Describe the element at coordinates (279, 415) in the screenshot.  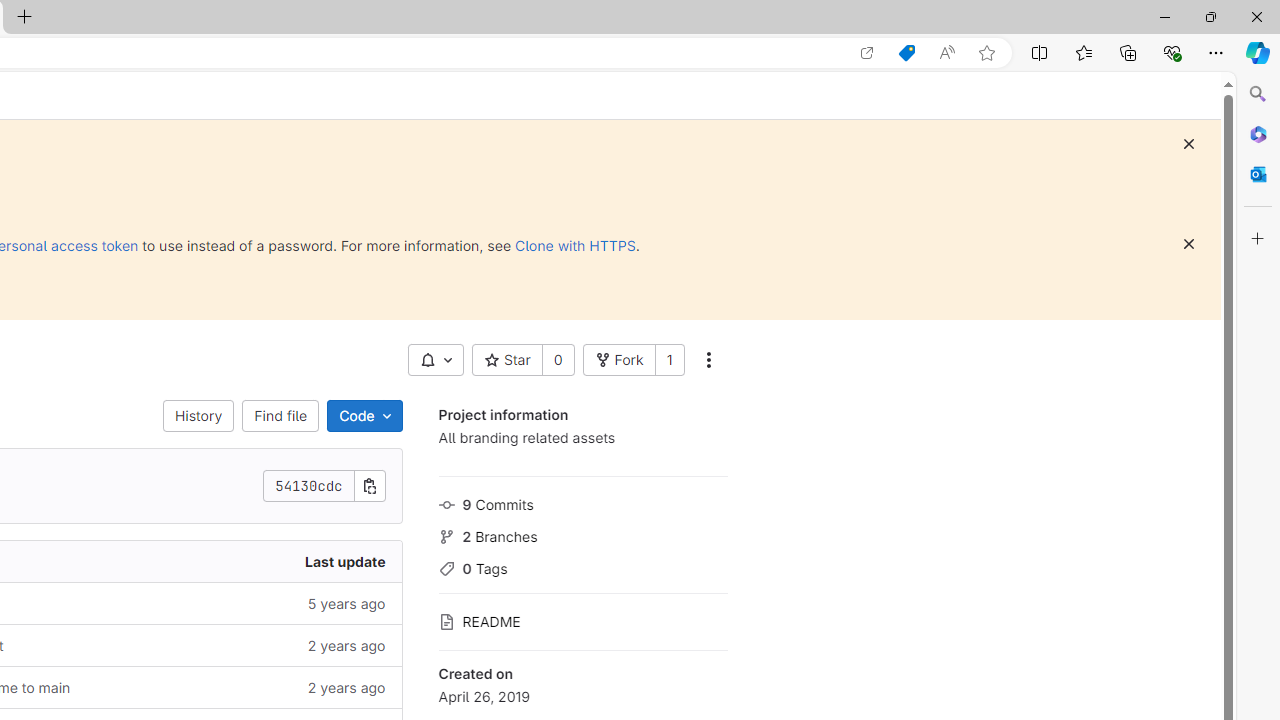
I see `'Find file'` at that location.